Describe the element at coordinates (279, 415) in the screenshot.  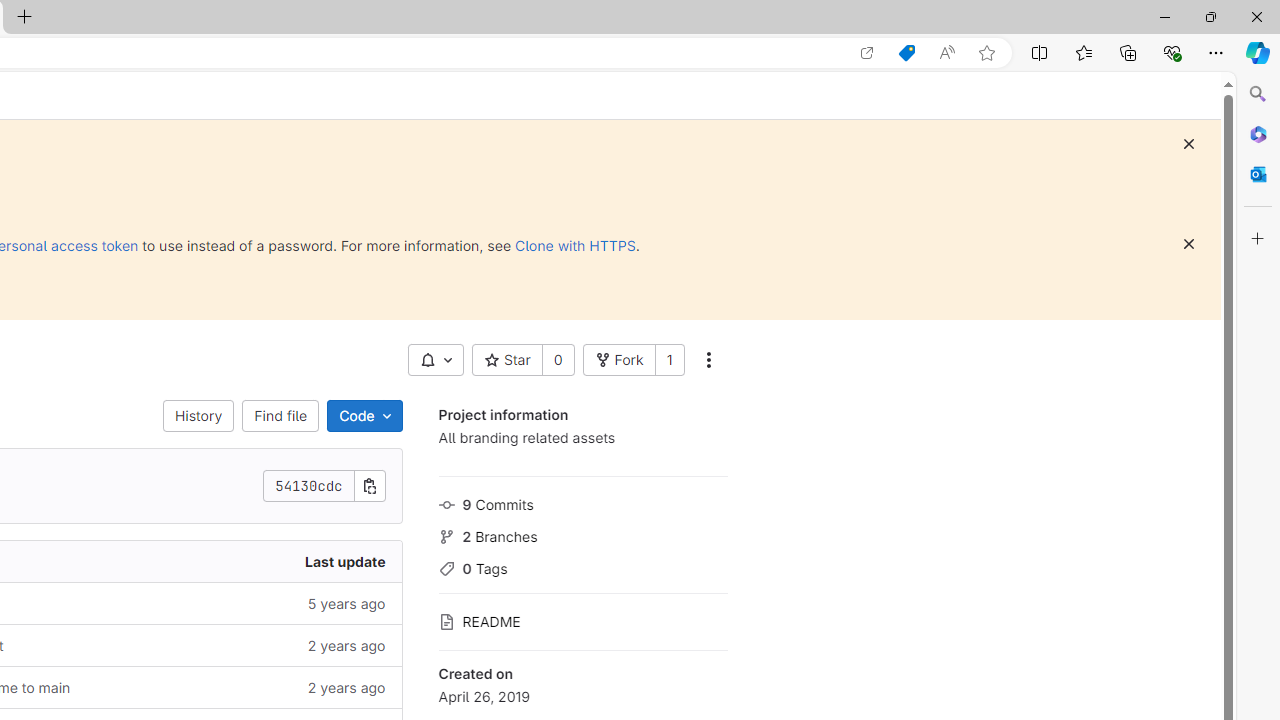
I see `'Find file'` at that location.